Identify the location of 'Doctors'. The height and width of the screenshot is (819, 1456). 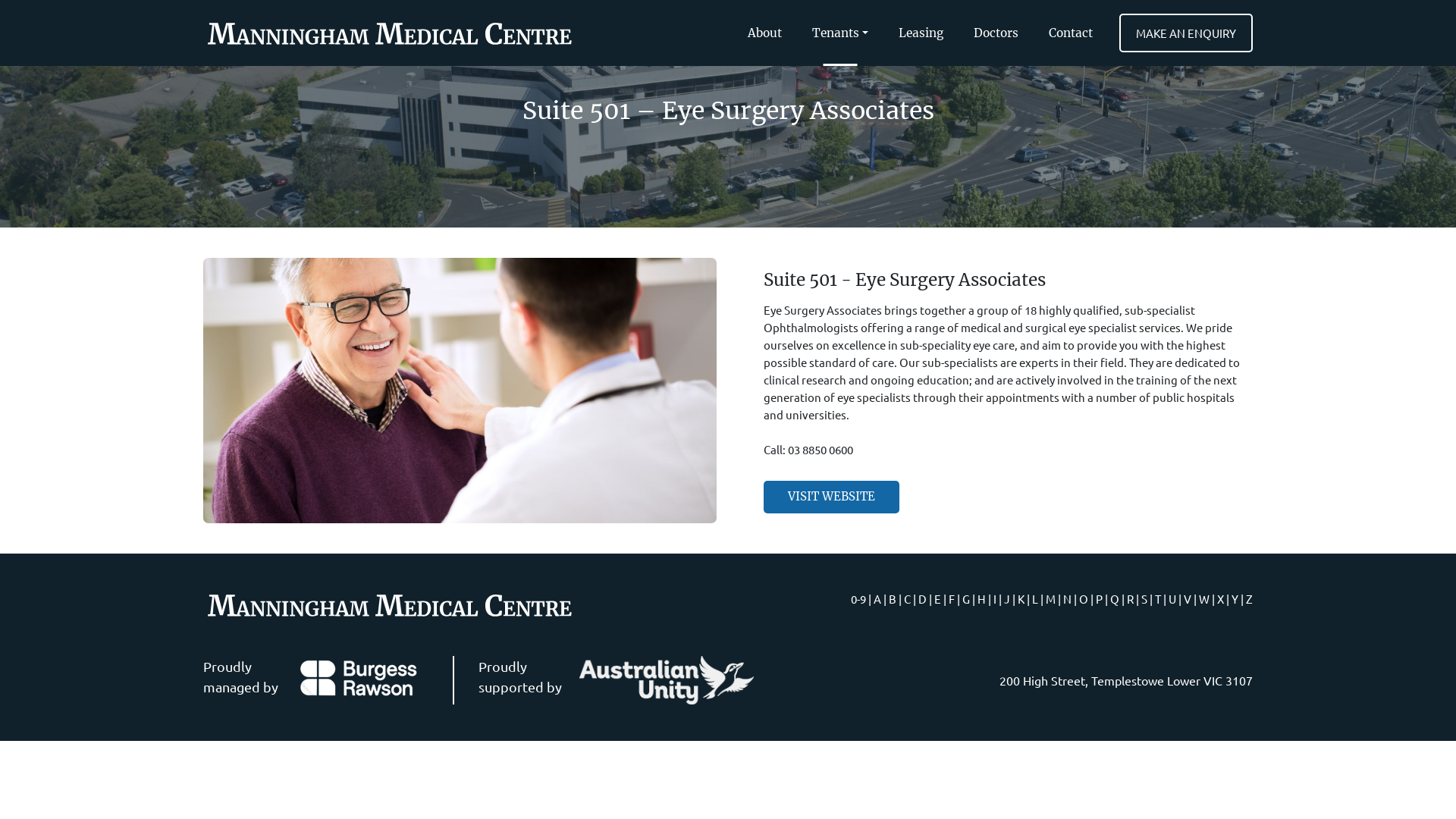
(957, 33).